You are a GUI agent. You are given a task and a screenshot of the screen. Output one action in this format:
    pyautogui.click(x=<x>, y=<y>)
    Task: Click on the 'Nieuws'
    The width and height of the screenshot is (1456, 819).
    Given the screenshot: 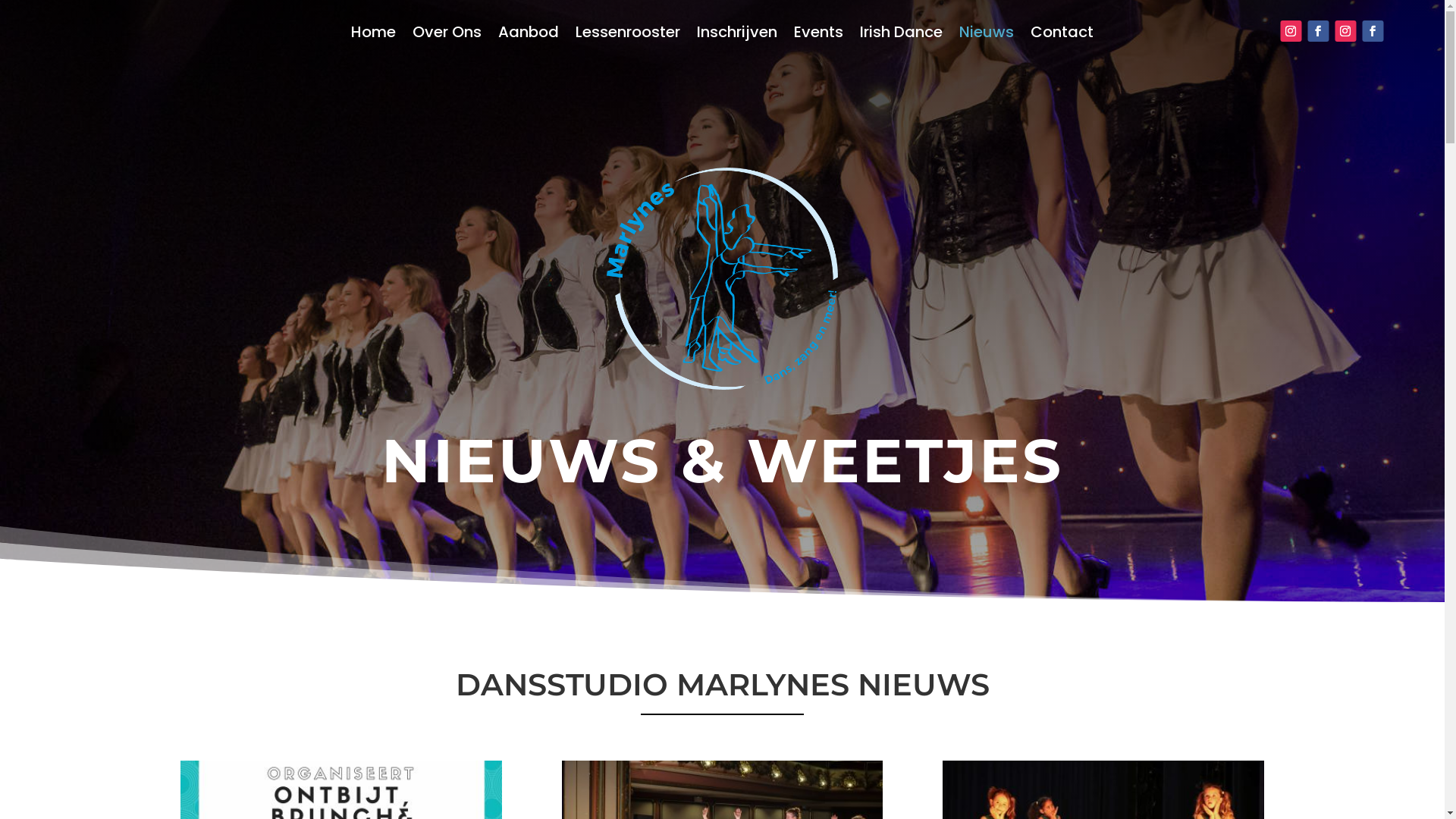 What is the action you would take?
    pyautogui.click(x=986, y=34)
    